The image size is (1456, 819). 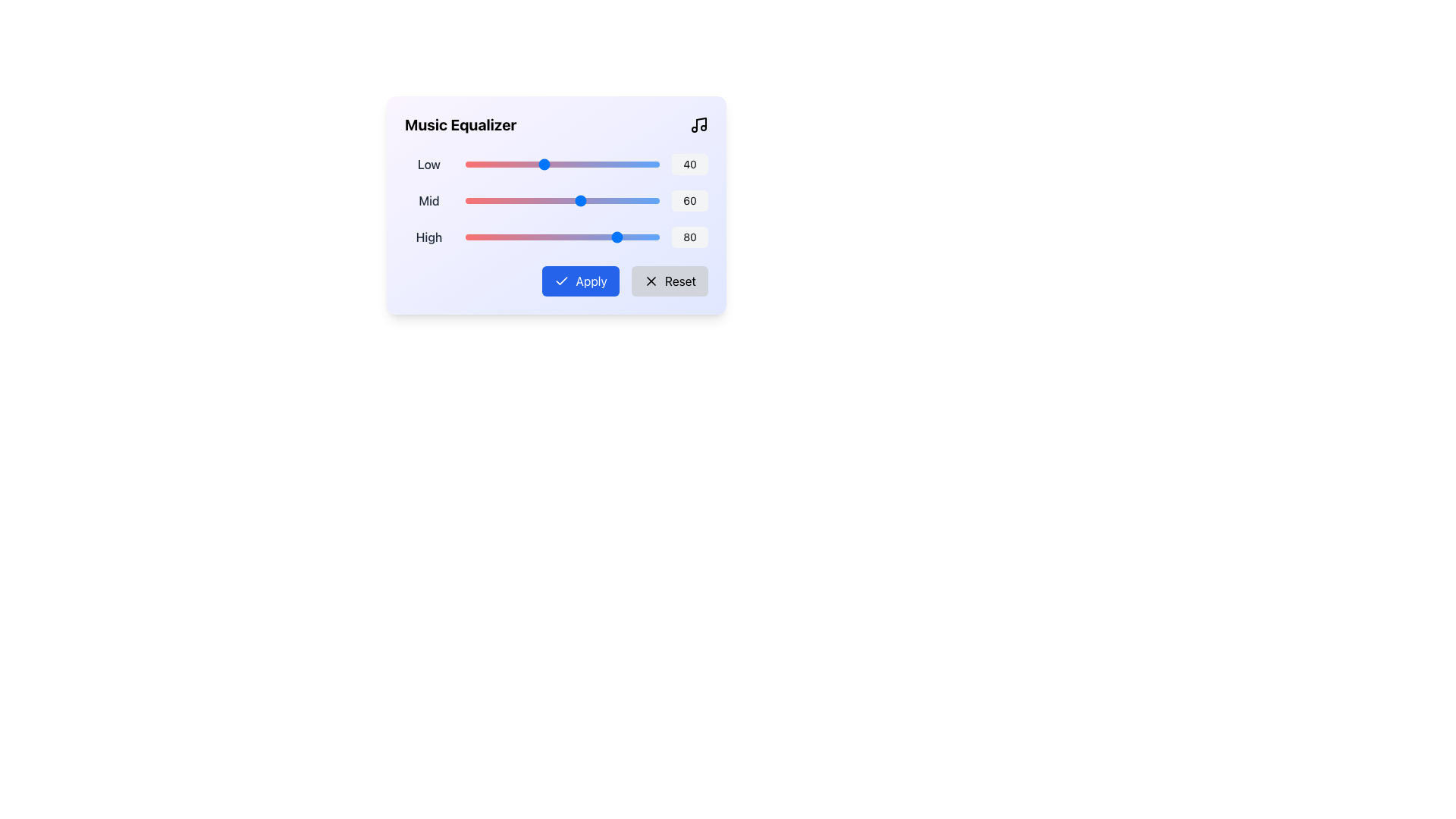 I want to click on the 'Mid' equalizer slider, so click(x=474, y=200).